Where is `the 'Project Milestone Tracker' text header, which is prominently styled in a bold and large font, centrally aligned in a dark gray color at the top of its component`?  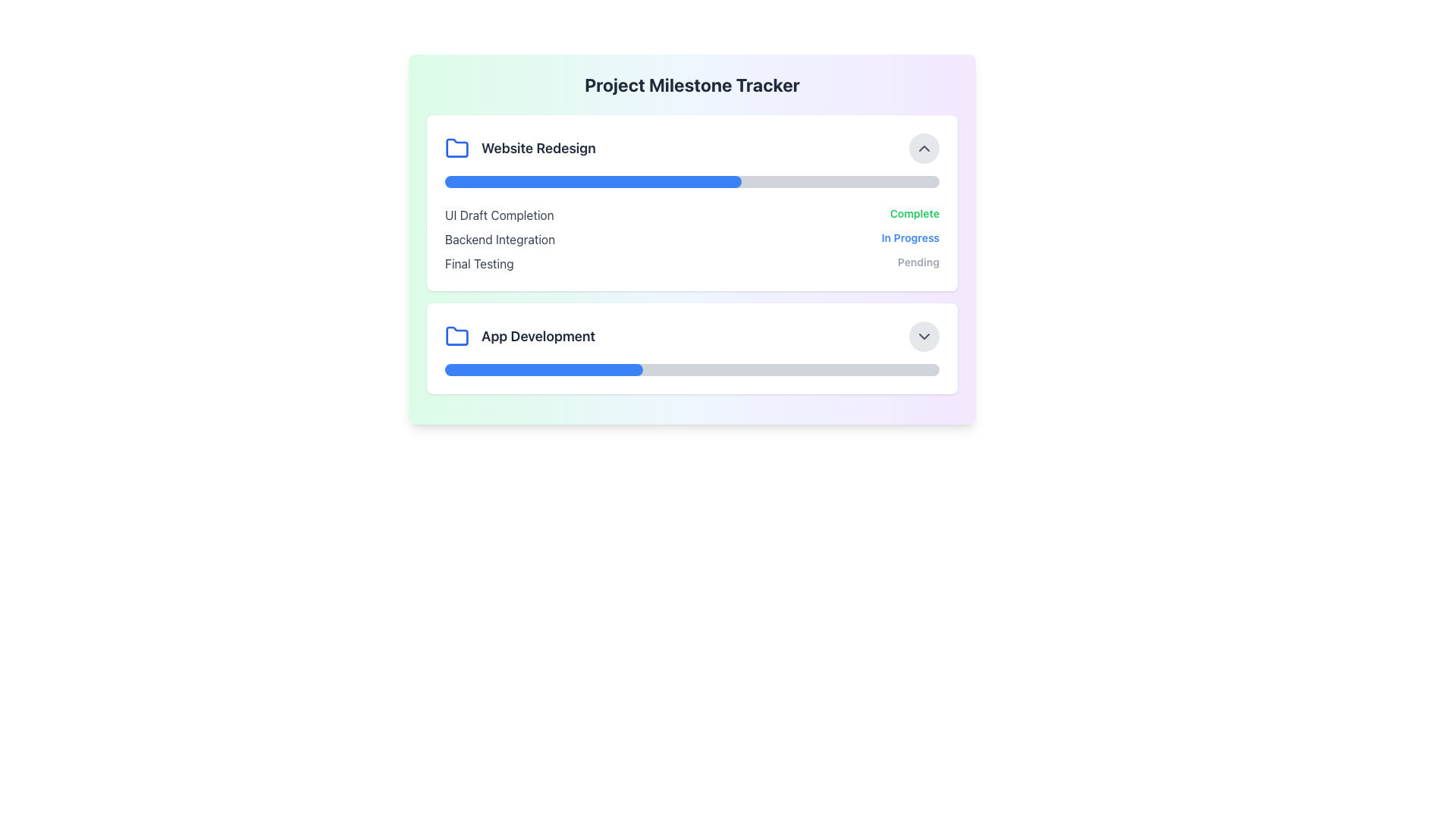
the 'Project Milestone Tracker' text header, which is prominently styled in a bold and large font, centrally aligned in a dark gray color at the top of its component is located at coordinates (691, 84).